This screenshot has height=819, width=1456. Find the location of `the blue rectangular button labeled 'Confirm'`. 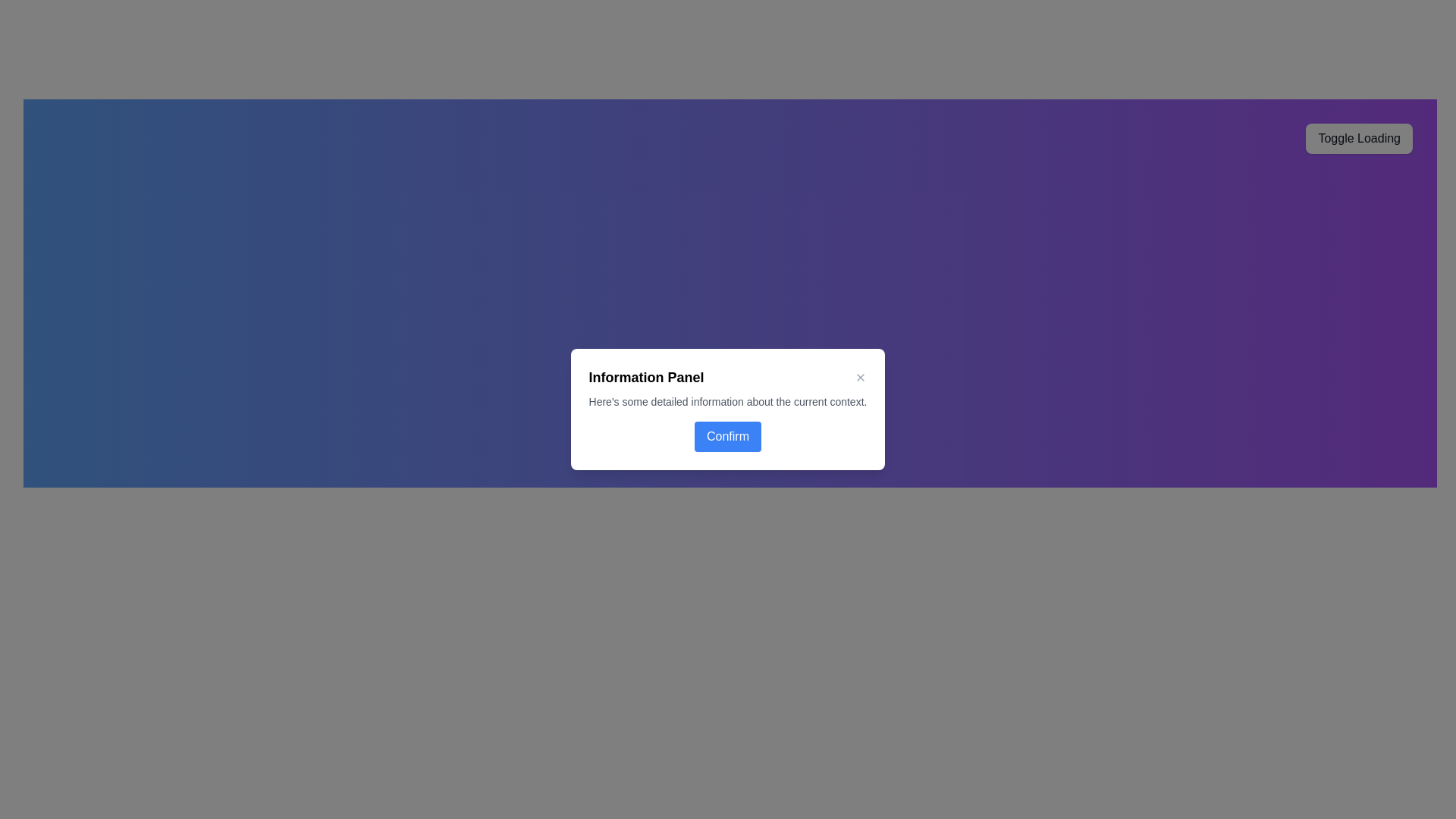

the blue rectangular button labeled 'Confirm' is located at coordinates (728, 436).